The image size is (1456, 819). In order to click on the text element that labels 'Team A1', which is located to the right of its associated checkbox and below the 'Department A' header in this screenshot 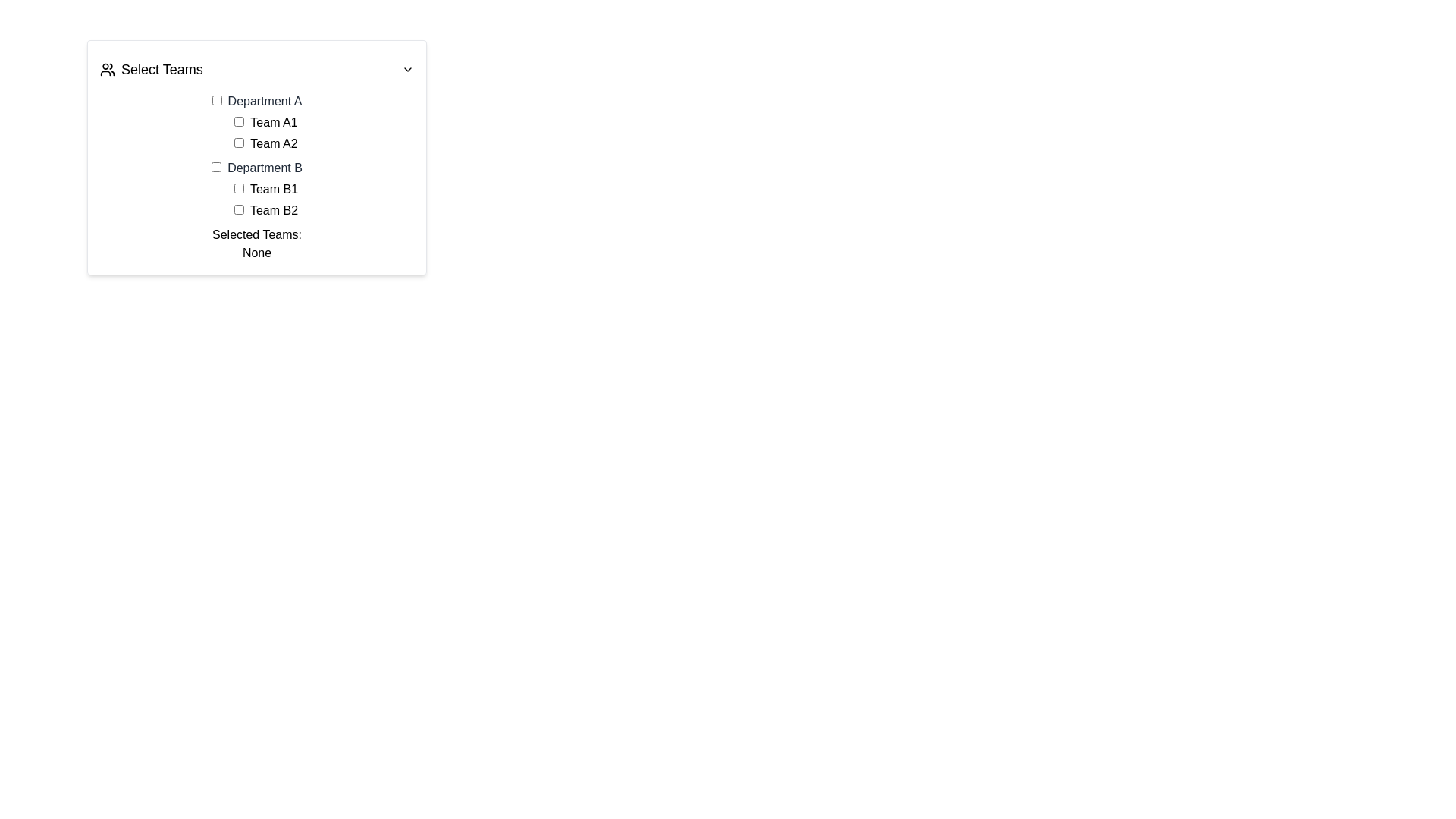, I will do `click(274, 121)`.